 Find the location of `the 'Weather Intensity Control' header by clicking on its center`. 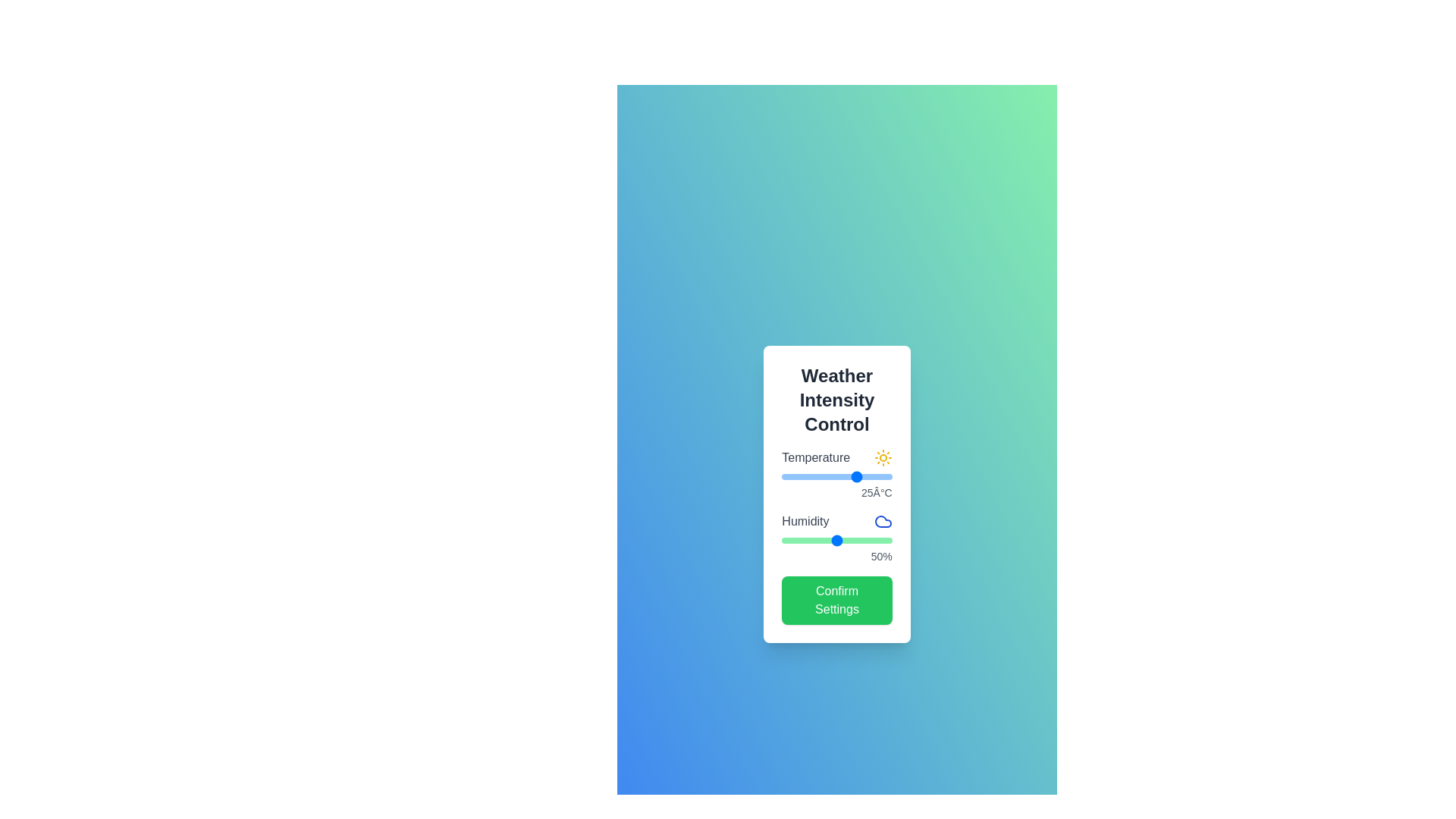

the 'Weather Intensity Control' header by clicking on its center is located at coordinates (836, 400).